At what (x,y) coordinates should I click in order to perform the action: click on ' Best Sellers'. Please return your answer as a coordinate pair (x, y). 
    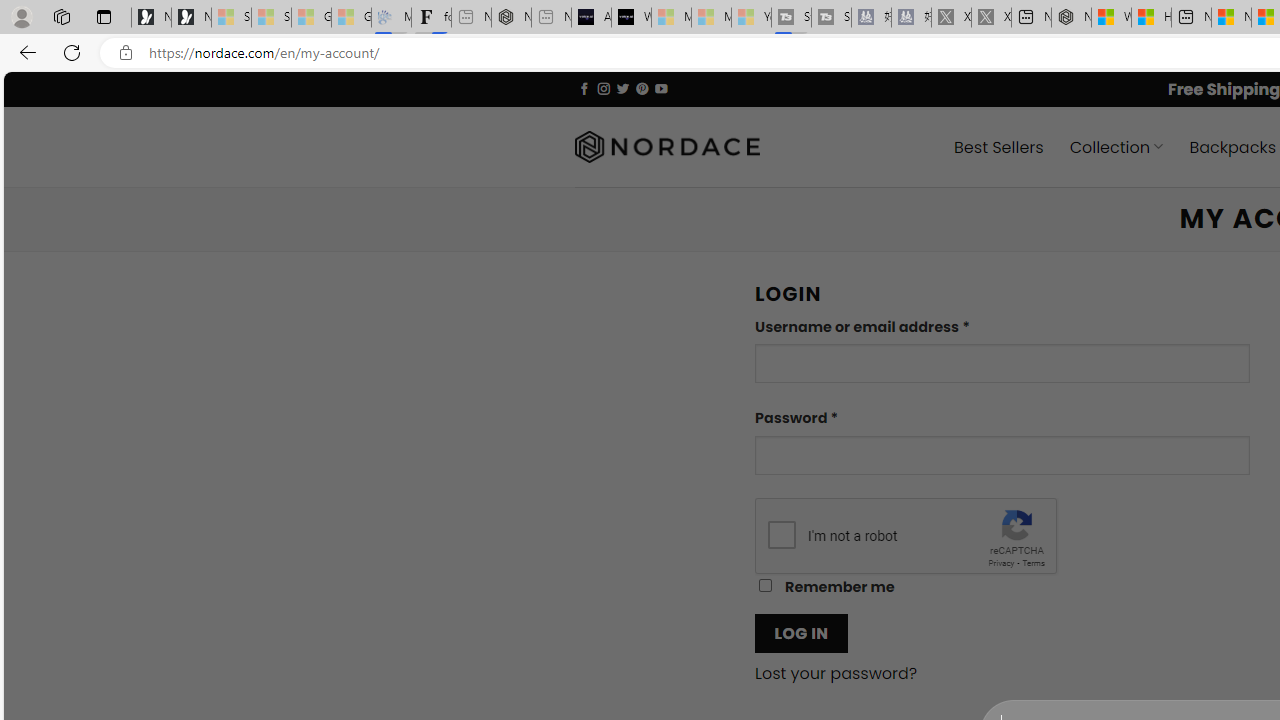
    Looking at the image, I should click on (999, 145).